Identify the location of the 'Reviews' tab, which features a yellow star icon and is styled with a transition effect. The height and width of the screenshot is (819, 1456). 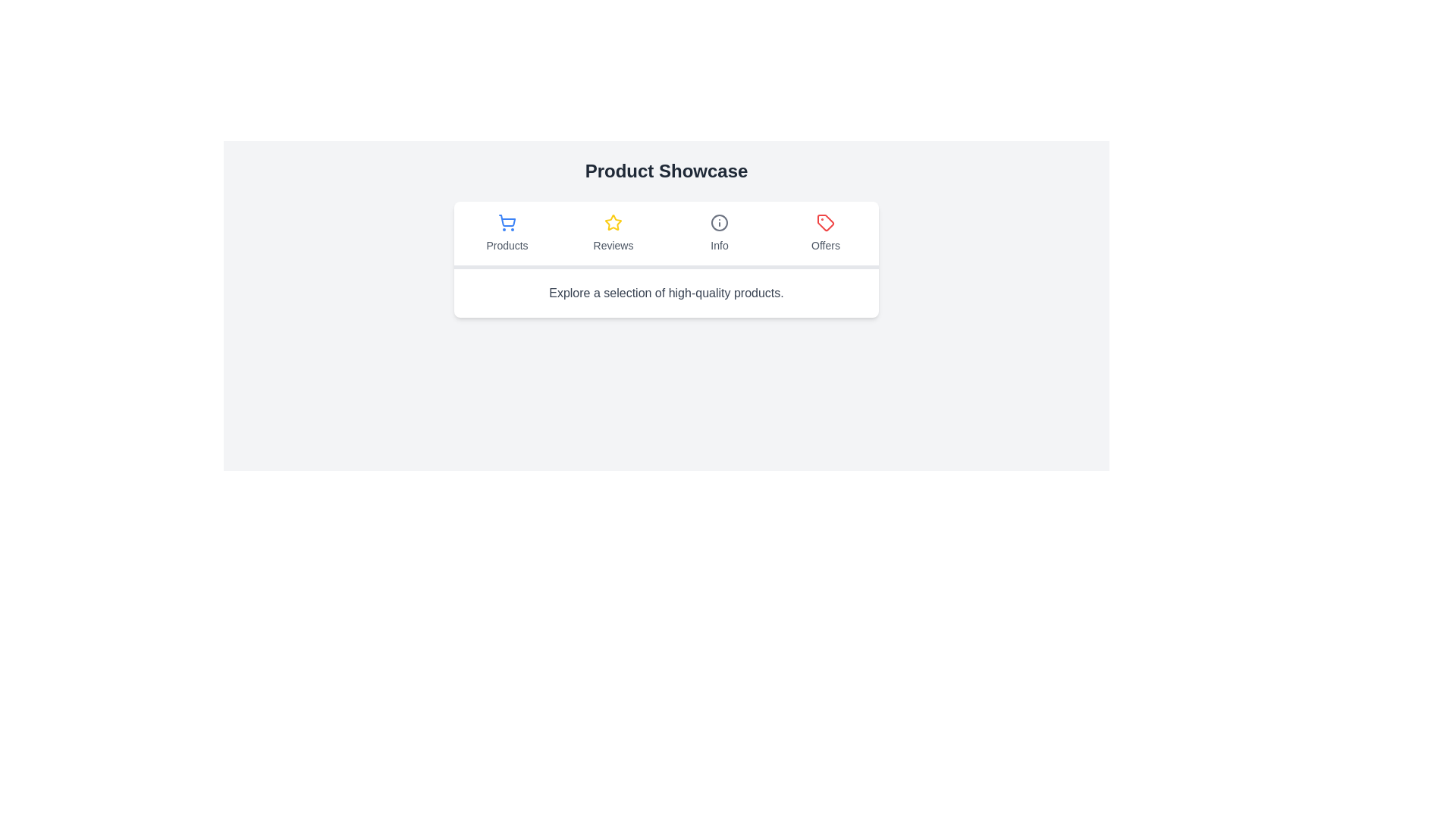
(613, 234).